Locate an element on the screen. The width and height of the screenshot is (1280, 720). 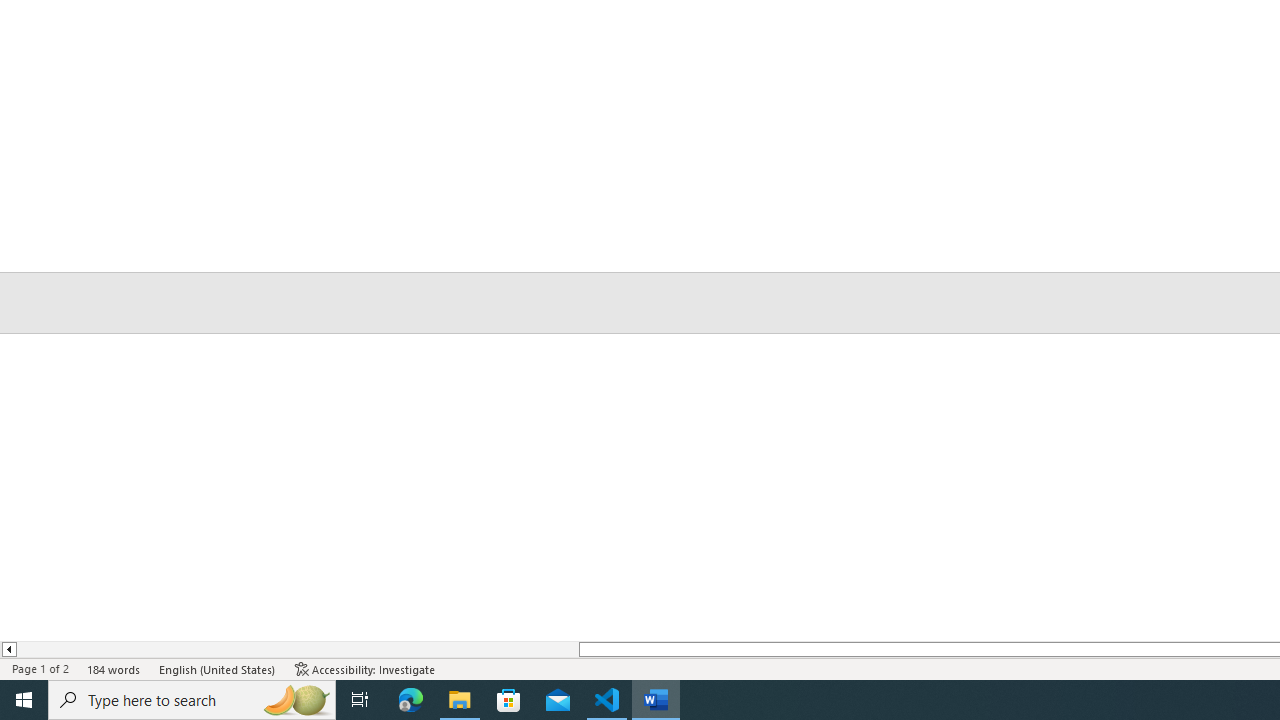
'Microsoft Edge' is located at coordinates (410, 698).